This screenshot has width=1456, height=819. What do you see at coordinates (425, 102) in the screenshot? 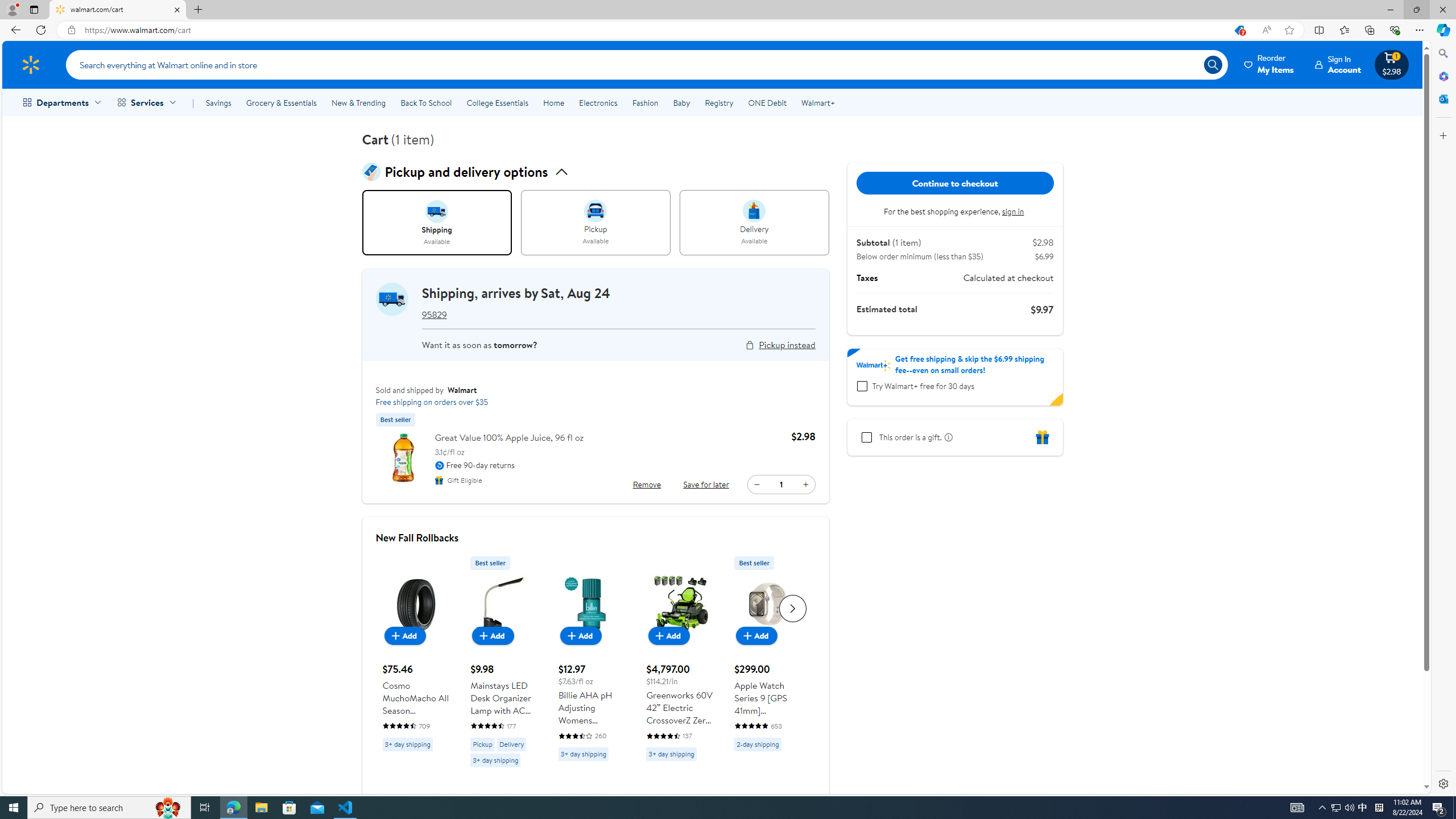
I see `'Back To School'` at bounding box center [425, 102].